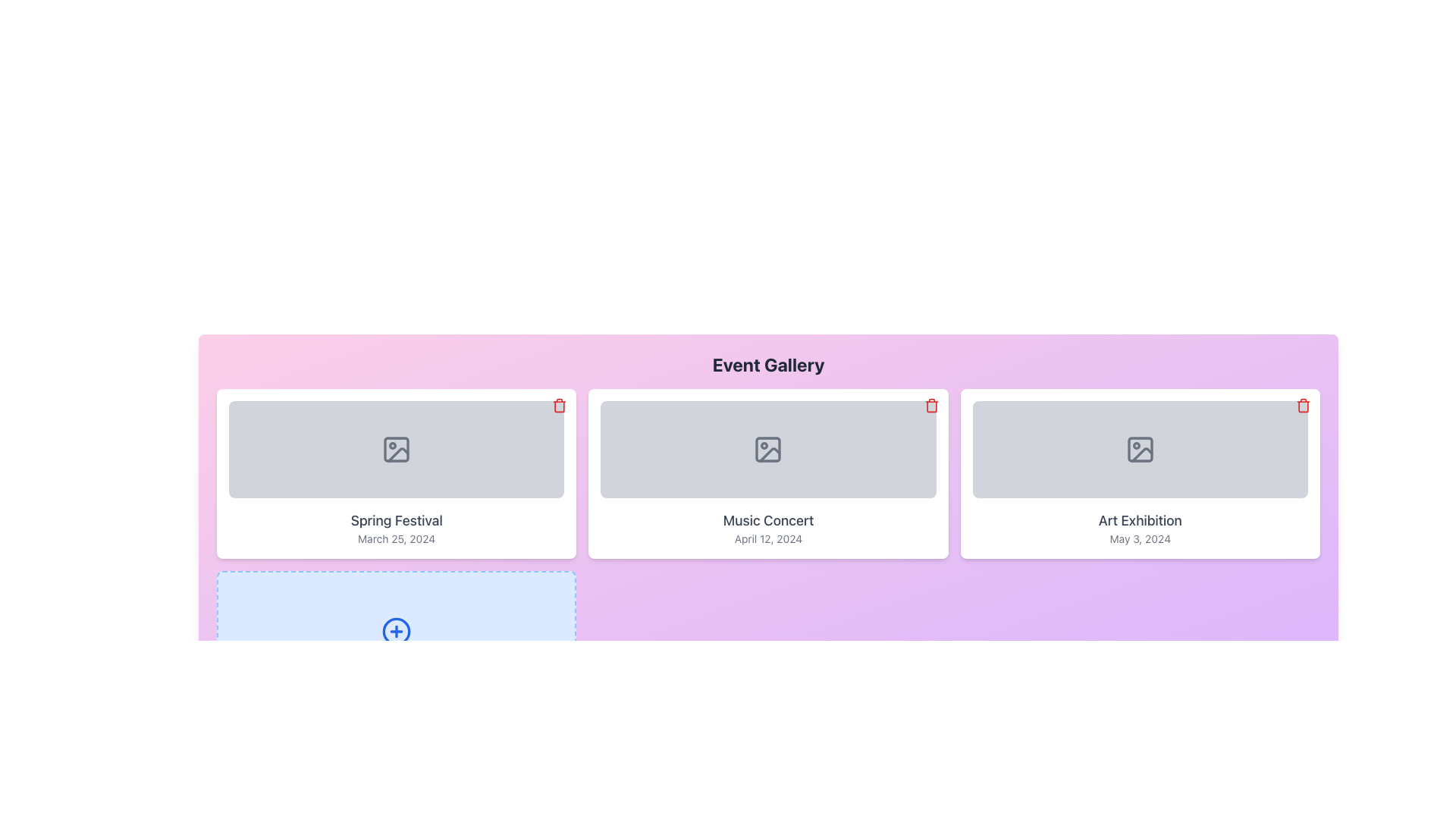  What do you see at coordinates (768, 449) in the screenshot?
I see `the image placeholder icon located in the middle card of the 'Event Gallery' section, which is positioned above the text 'Music Concert'` at bounding box center [768, 449].